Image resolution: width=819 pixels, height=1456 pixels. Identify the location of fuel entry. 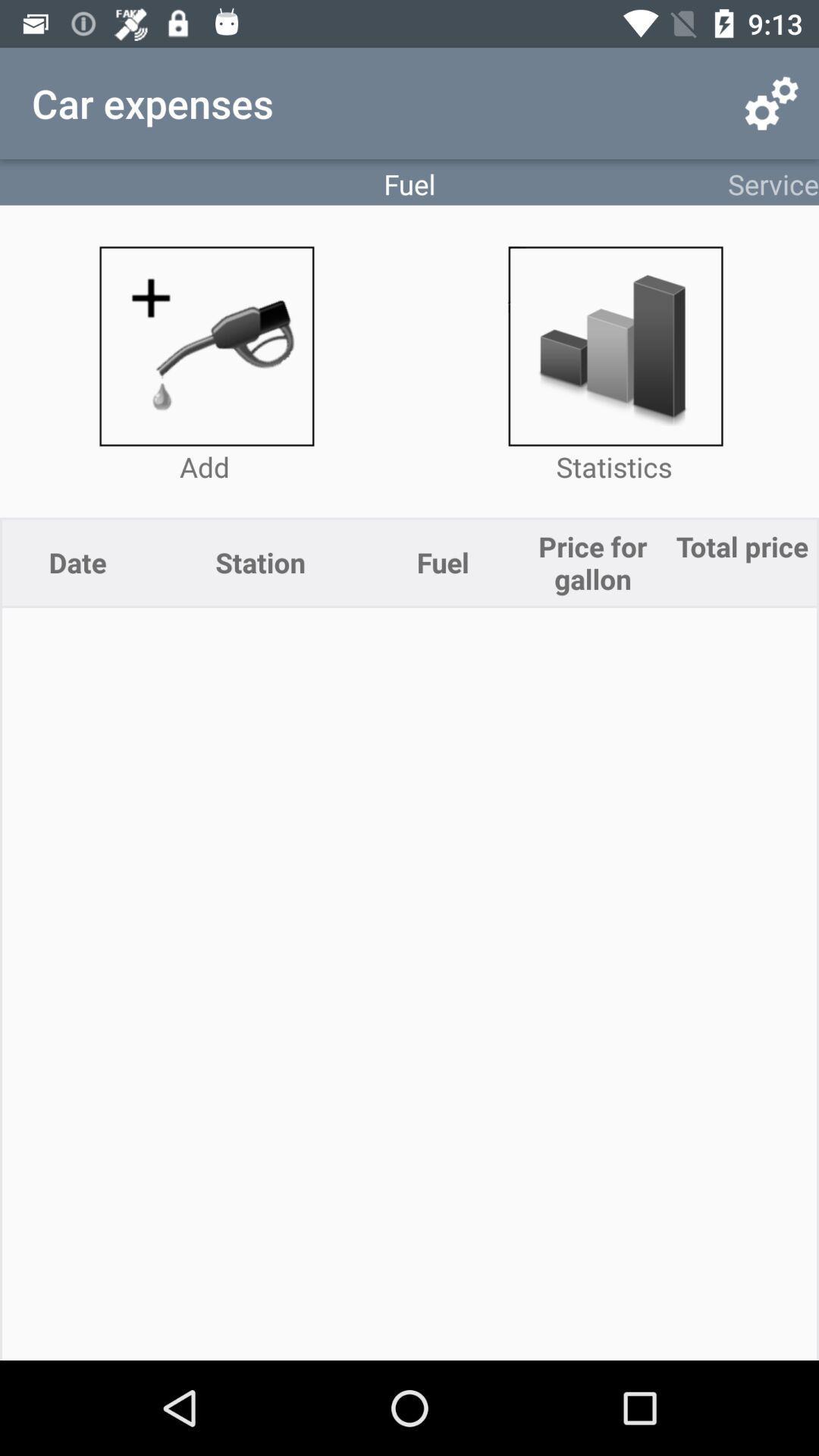
(205, 345).